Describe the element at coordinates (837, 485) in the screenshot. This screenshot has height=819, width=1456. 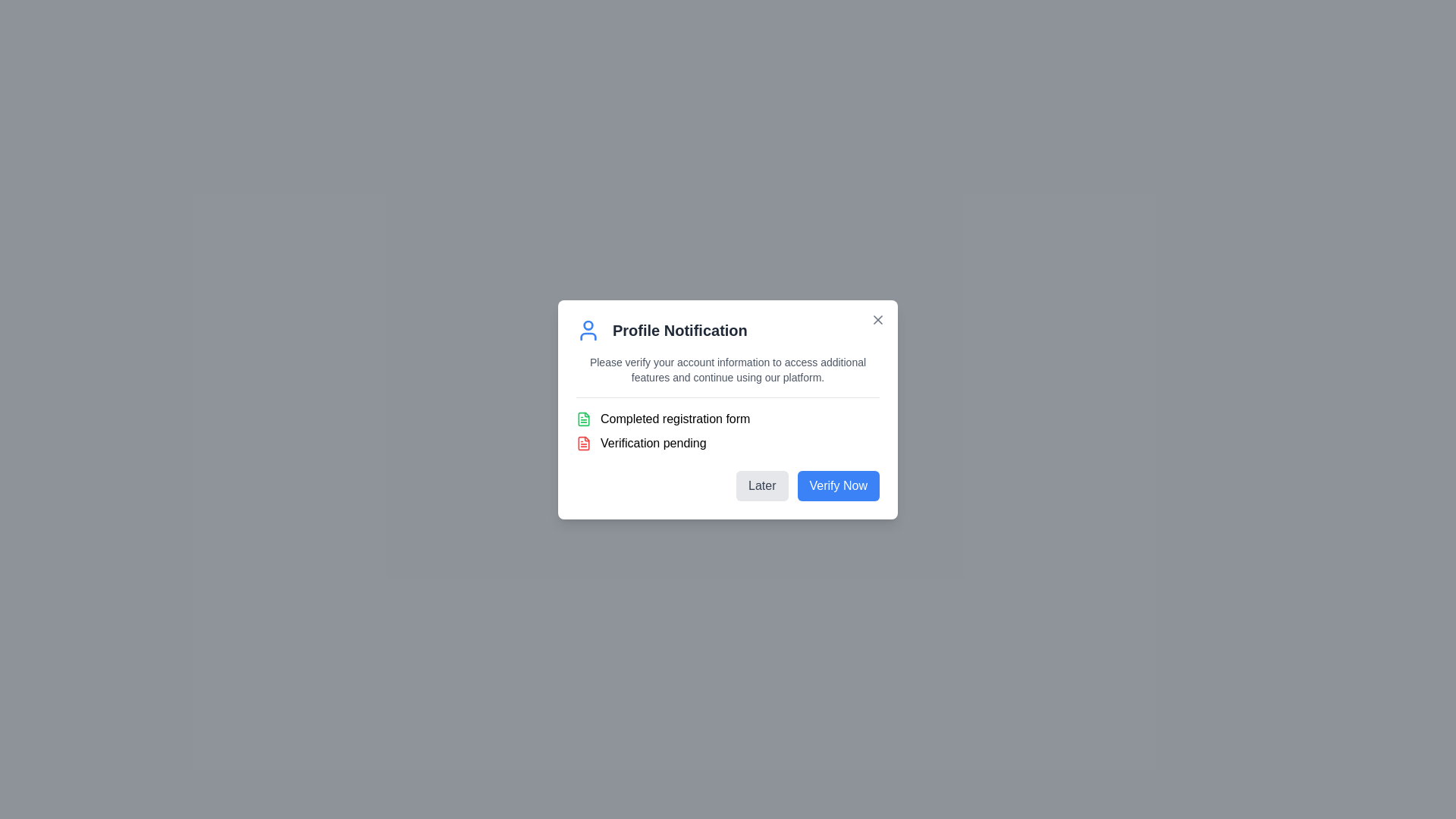
I see `the prominent blue 'Verify Now' button located in the lower-right corner of the modal dialog box` at that location.